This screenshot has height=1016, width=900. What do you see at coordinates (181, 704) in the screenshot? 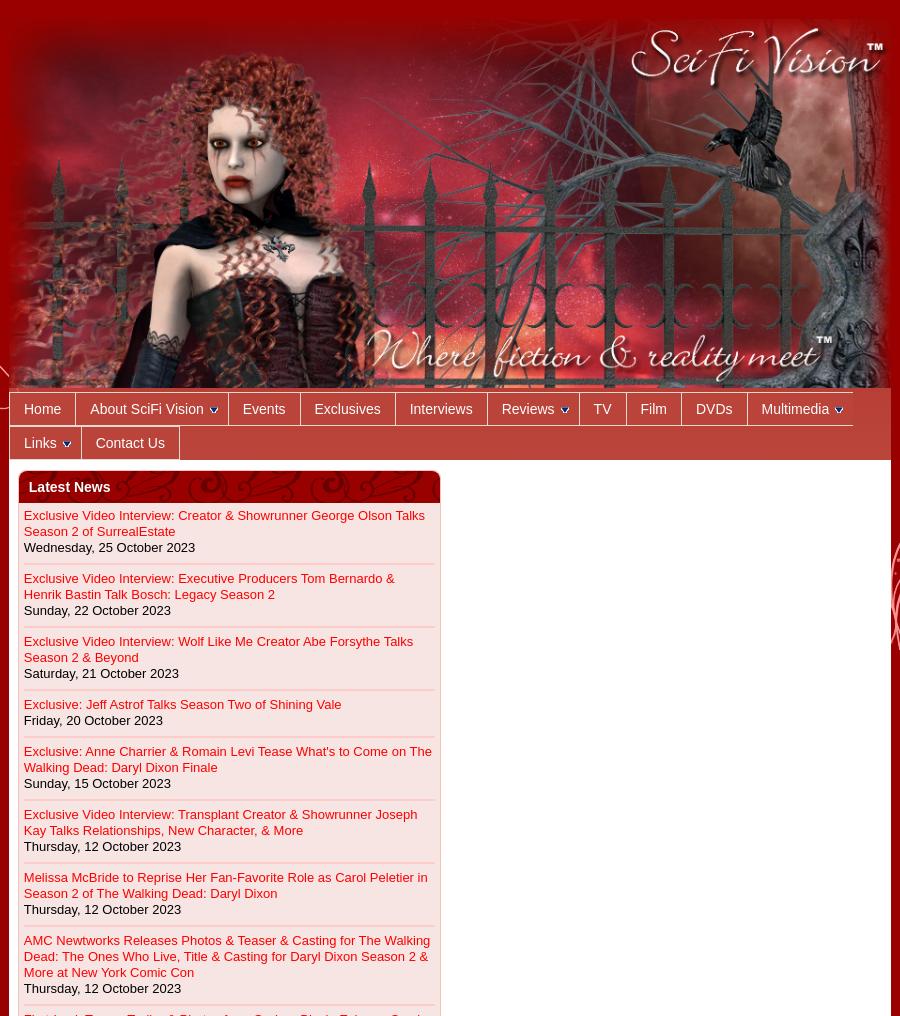
I see `'Exclusive: Jeff Astrof Talks Season Two of Shining Vale'` at bounding box center [181, 704].